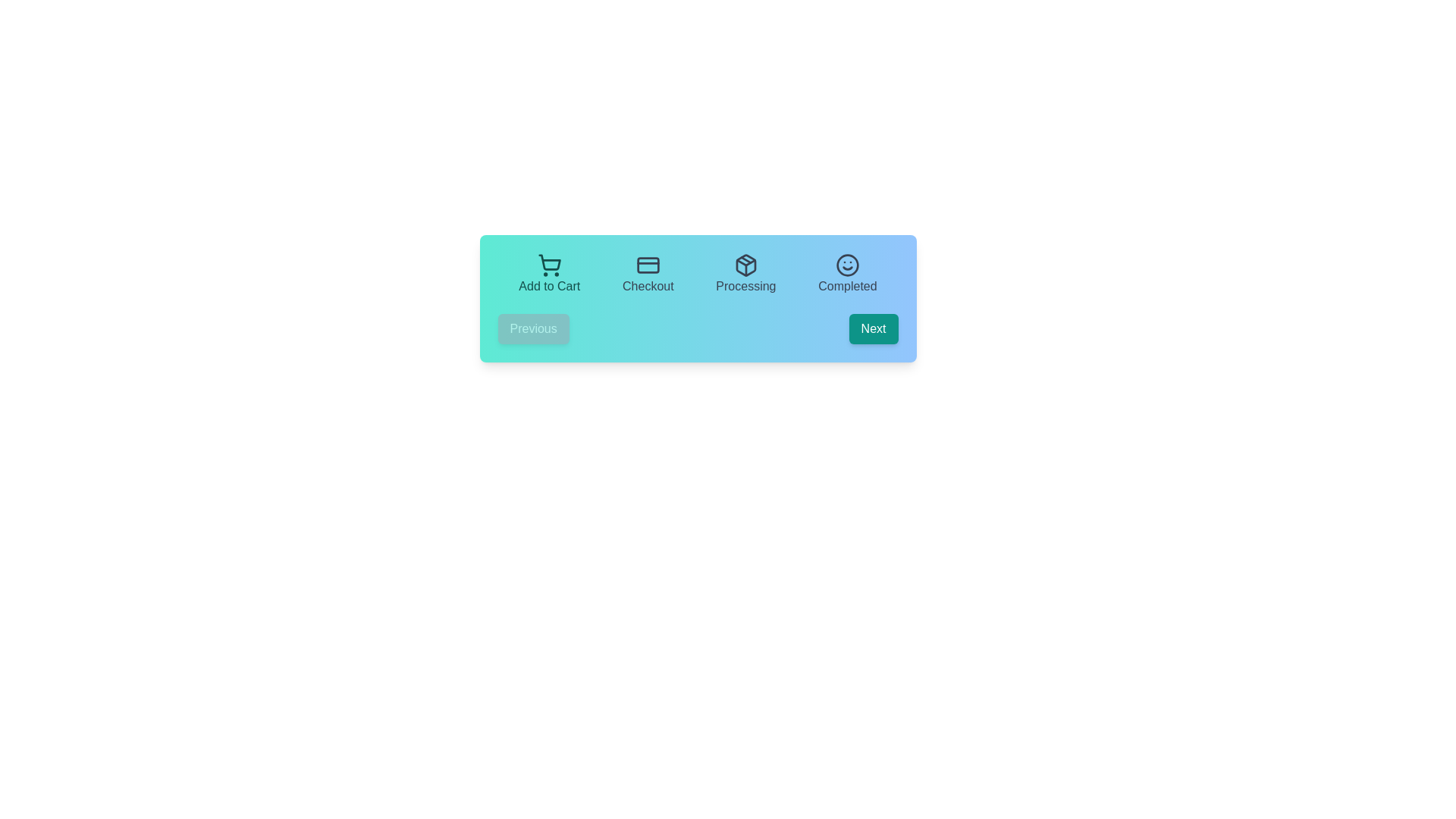 Image resolution: width=1456 pixels, height=819 pixels. What do you see at coordinates (648, 275) in the screenshot?
I see `the step labeled Checkout to focus on it` at bounding box center [648, 275].